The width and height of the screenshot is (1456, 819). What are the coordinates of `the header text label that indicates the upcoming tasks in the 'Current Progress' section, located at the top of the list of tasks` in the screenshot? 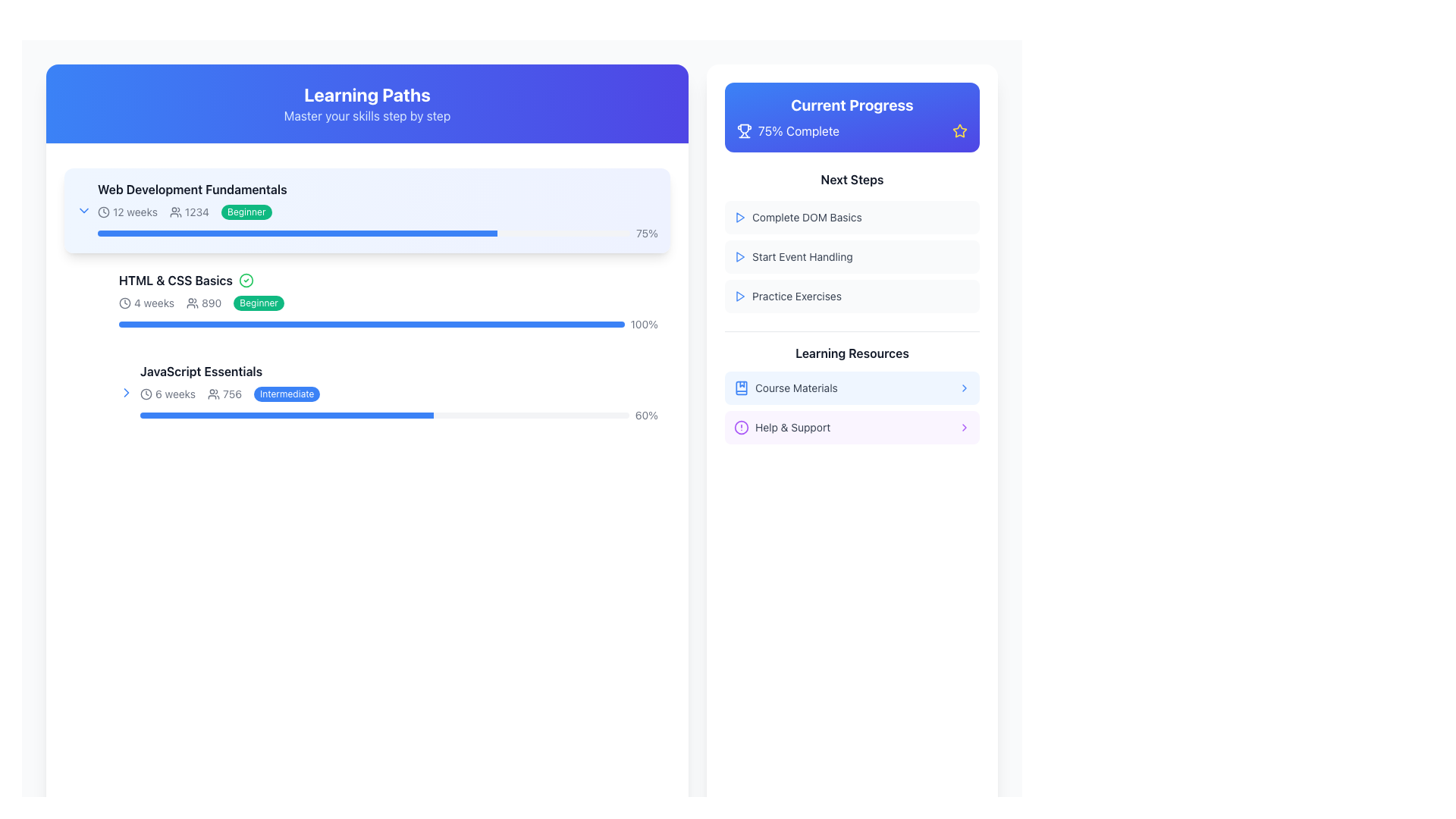 It's located at (852, 178).